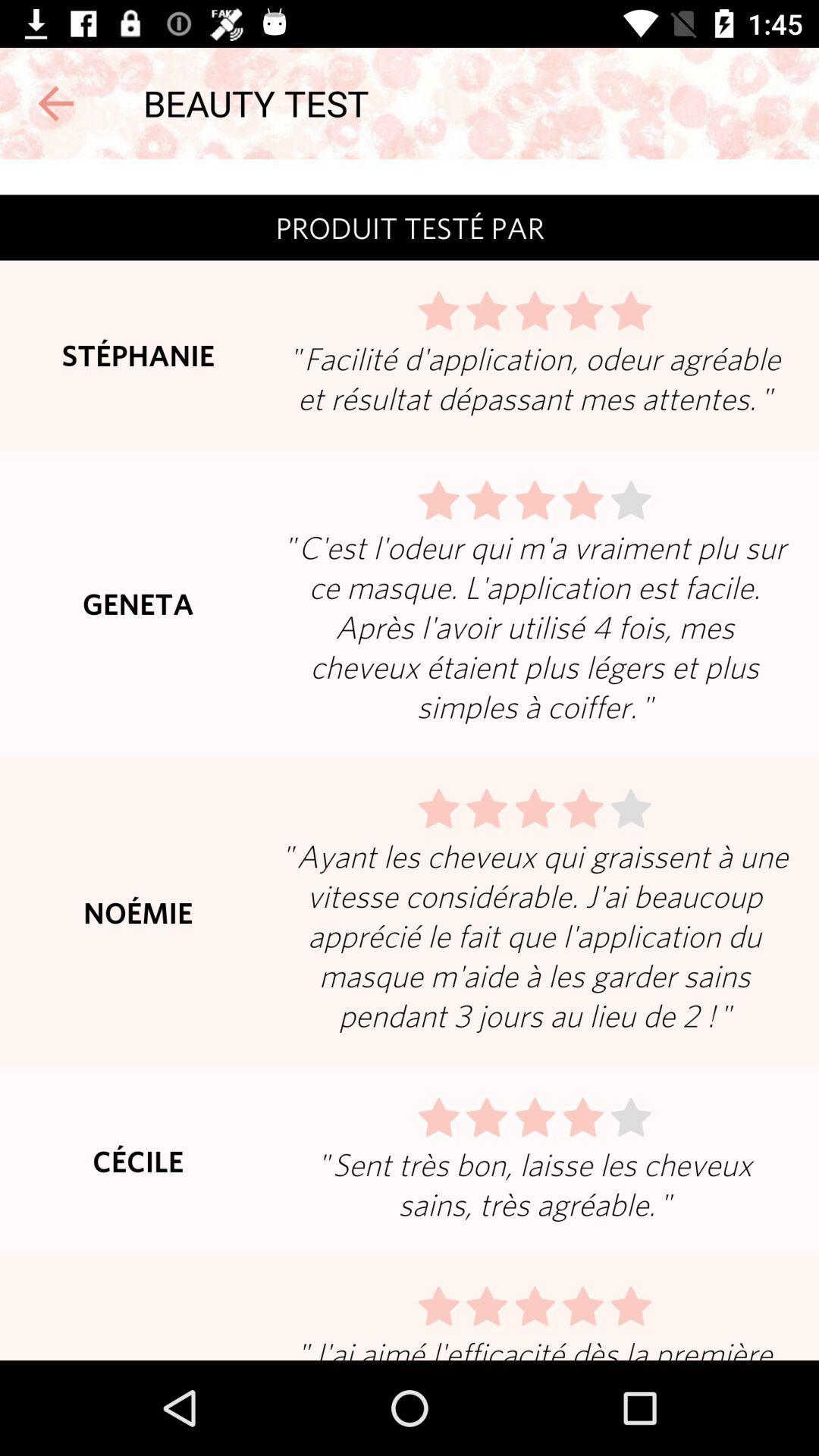 The image size is (819, 1456). I want to click on goes back, so click(55, 102).